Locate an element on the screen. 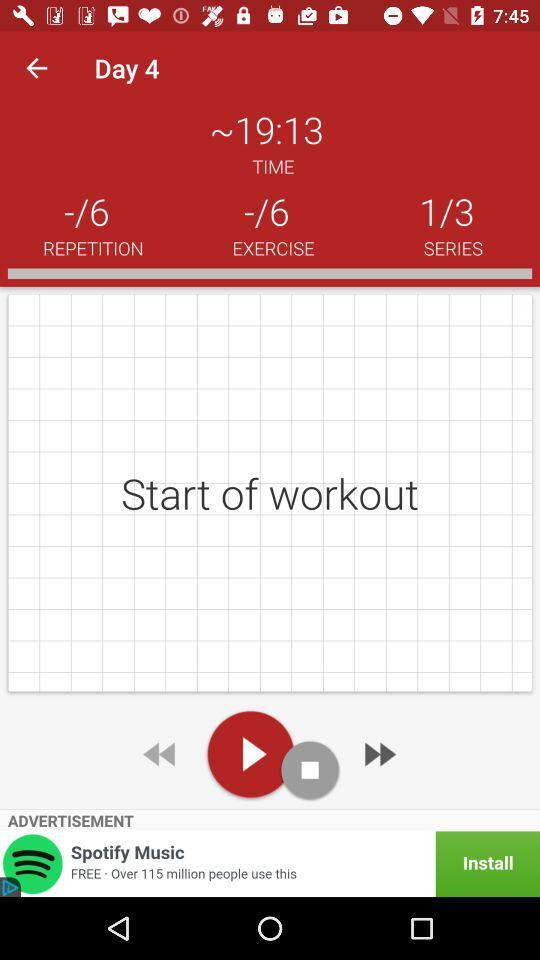 The height and width of the screenshot is (960, 540). the icon above the ~19:13 item is located at coordinates (36, 68).